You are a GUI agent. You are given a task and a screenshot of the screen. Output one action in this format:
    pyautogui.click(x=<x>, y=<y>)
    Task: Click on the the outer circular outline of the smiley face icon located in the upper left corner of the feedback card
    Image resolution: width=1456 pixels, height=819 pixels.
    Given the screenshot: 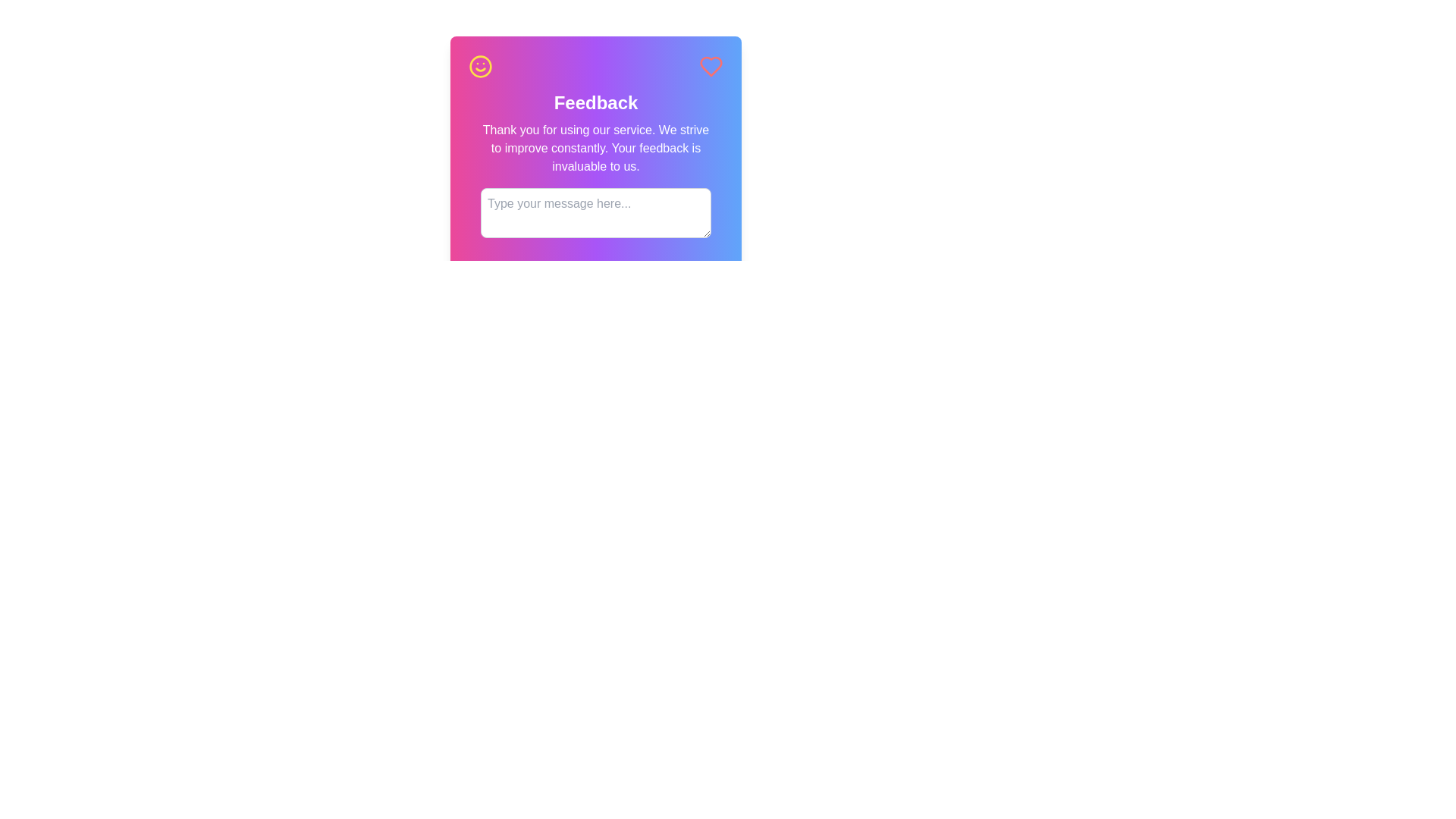 What is the action you would take?
    pyautogui.click(x=479, y=66)
    